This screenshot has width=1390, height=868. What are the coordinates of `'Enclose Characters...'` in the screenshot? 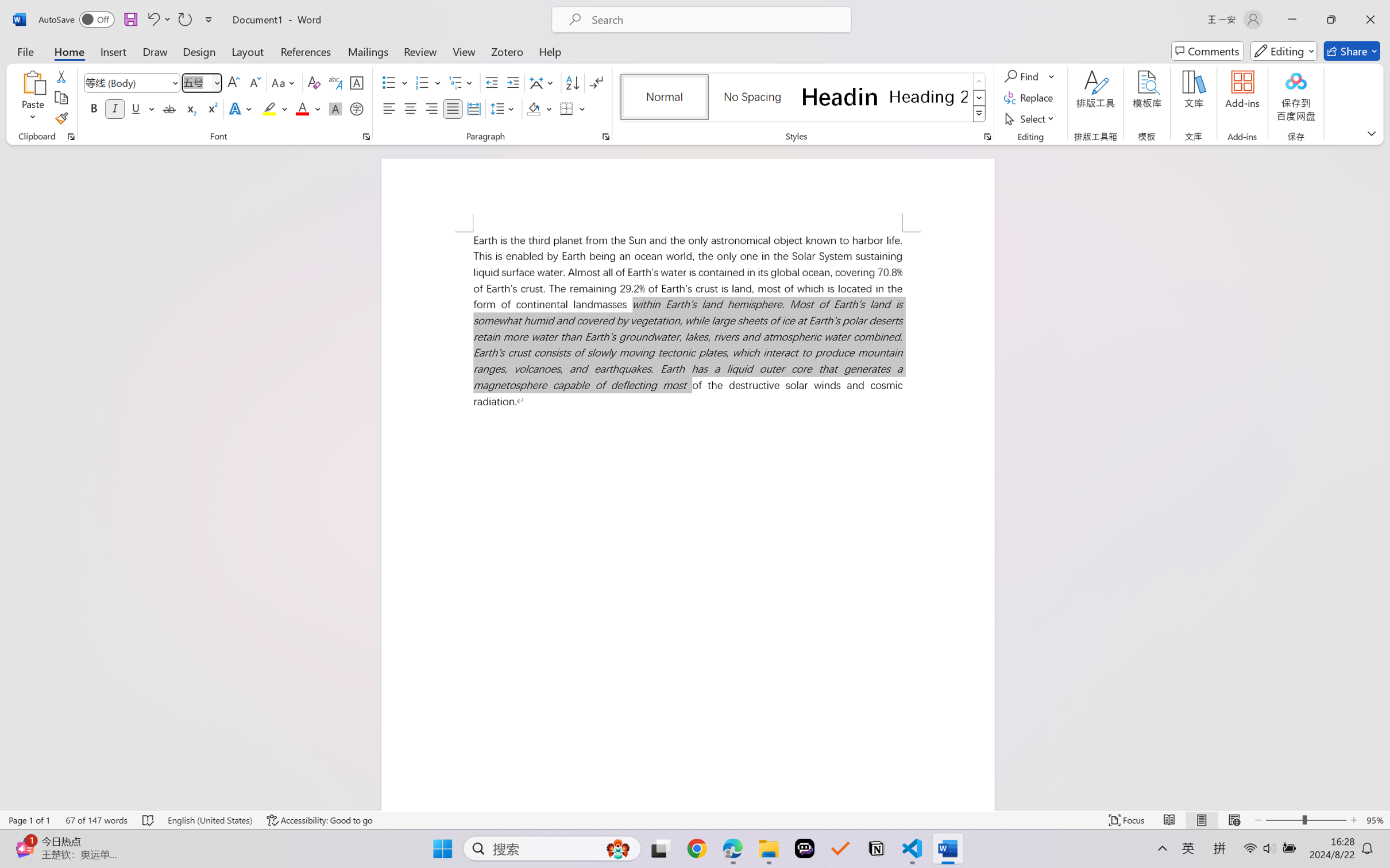 It's located at (357, 108).